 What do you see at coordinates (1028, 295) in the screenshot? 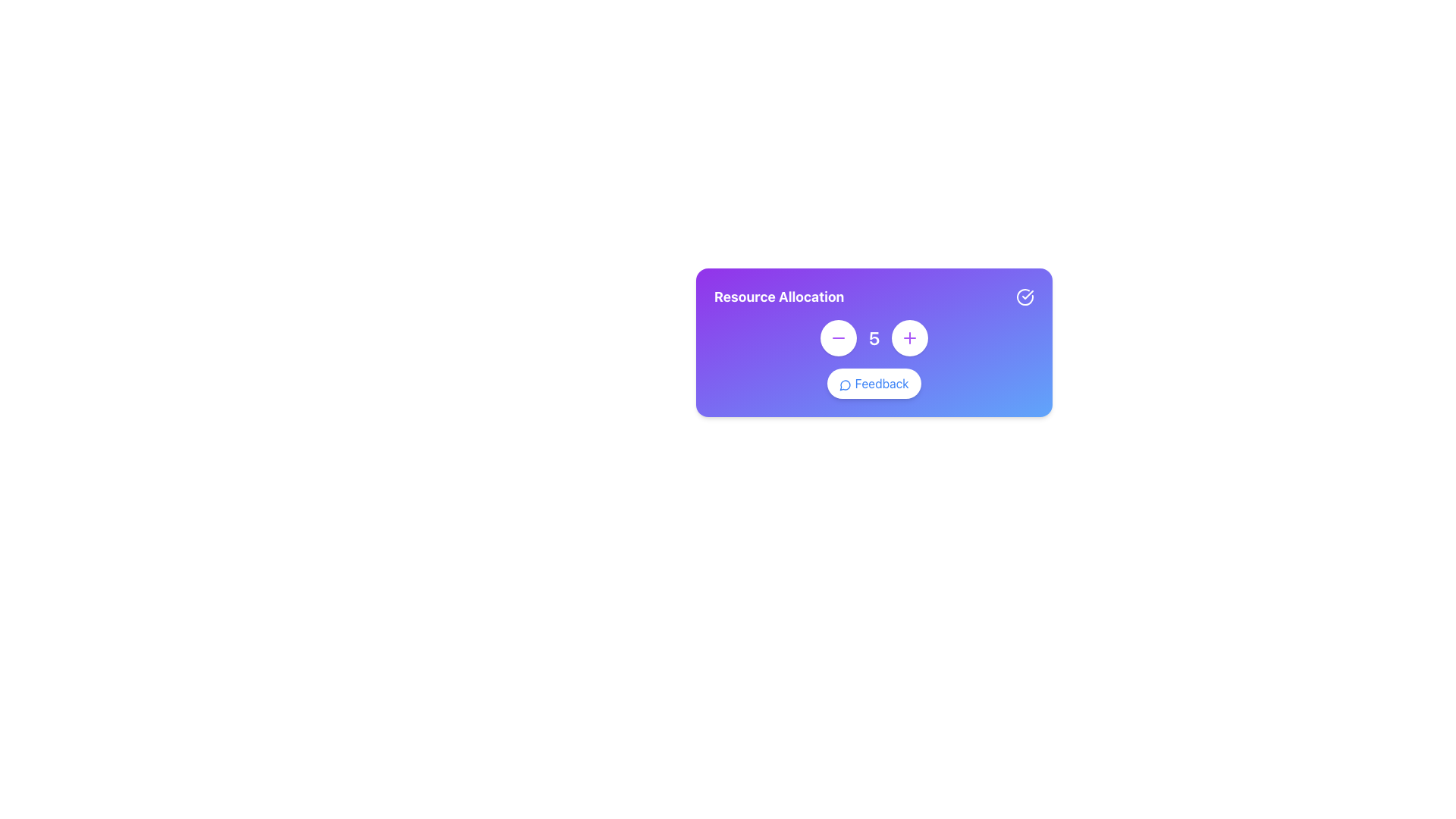
I see `the checkmark icon within the circular icon on the 'Resource Allocation' card` at bounding box center [1028, 295].